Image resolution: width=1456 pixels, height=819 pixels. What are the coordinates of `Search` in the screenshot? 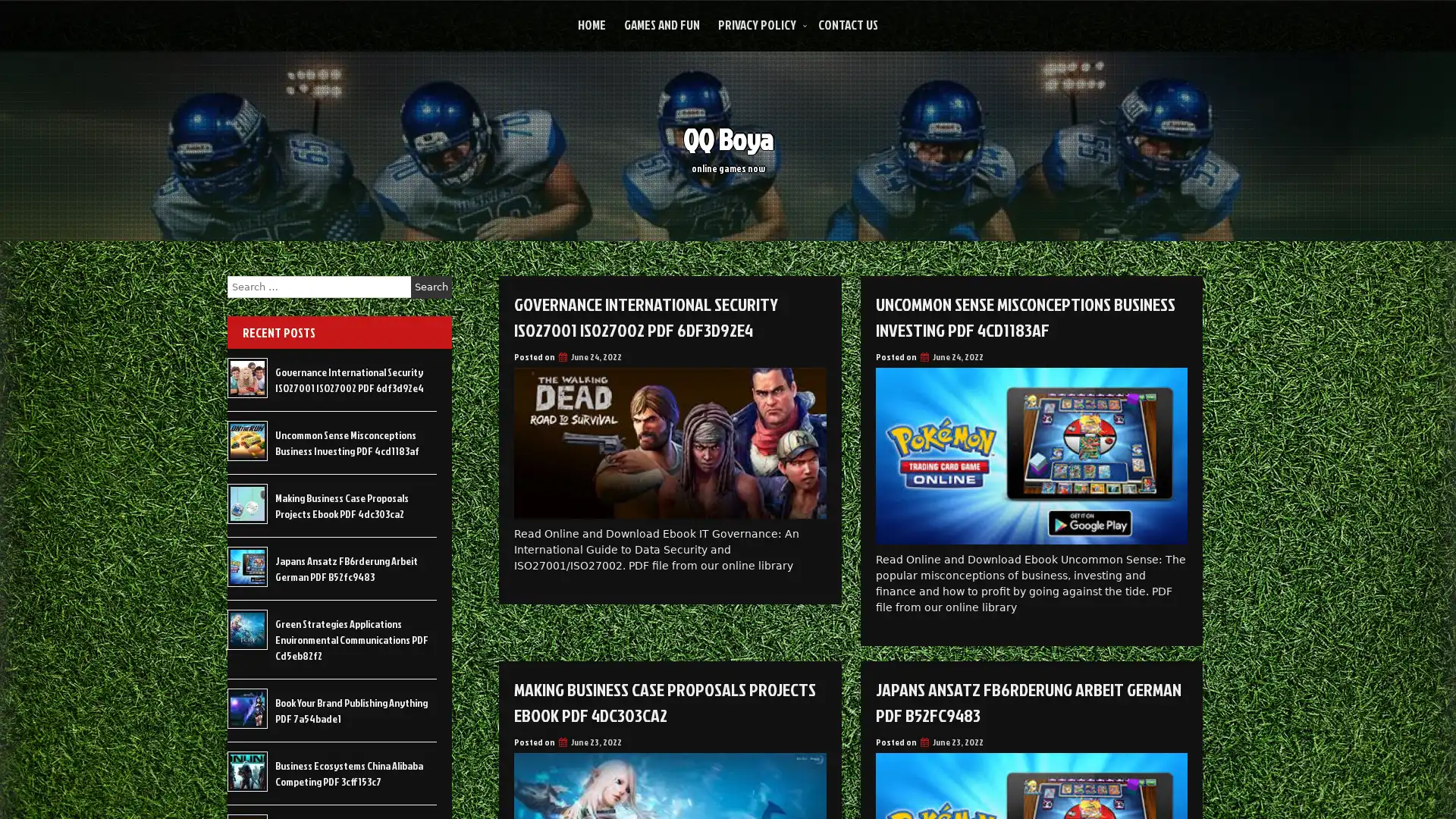 It's located at (431, 287).